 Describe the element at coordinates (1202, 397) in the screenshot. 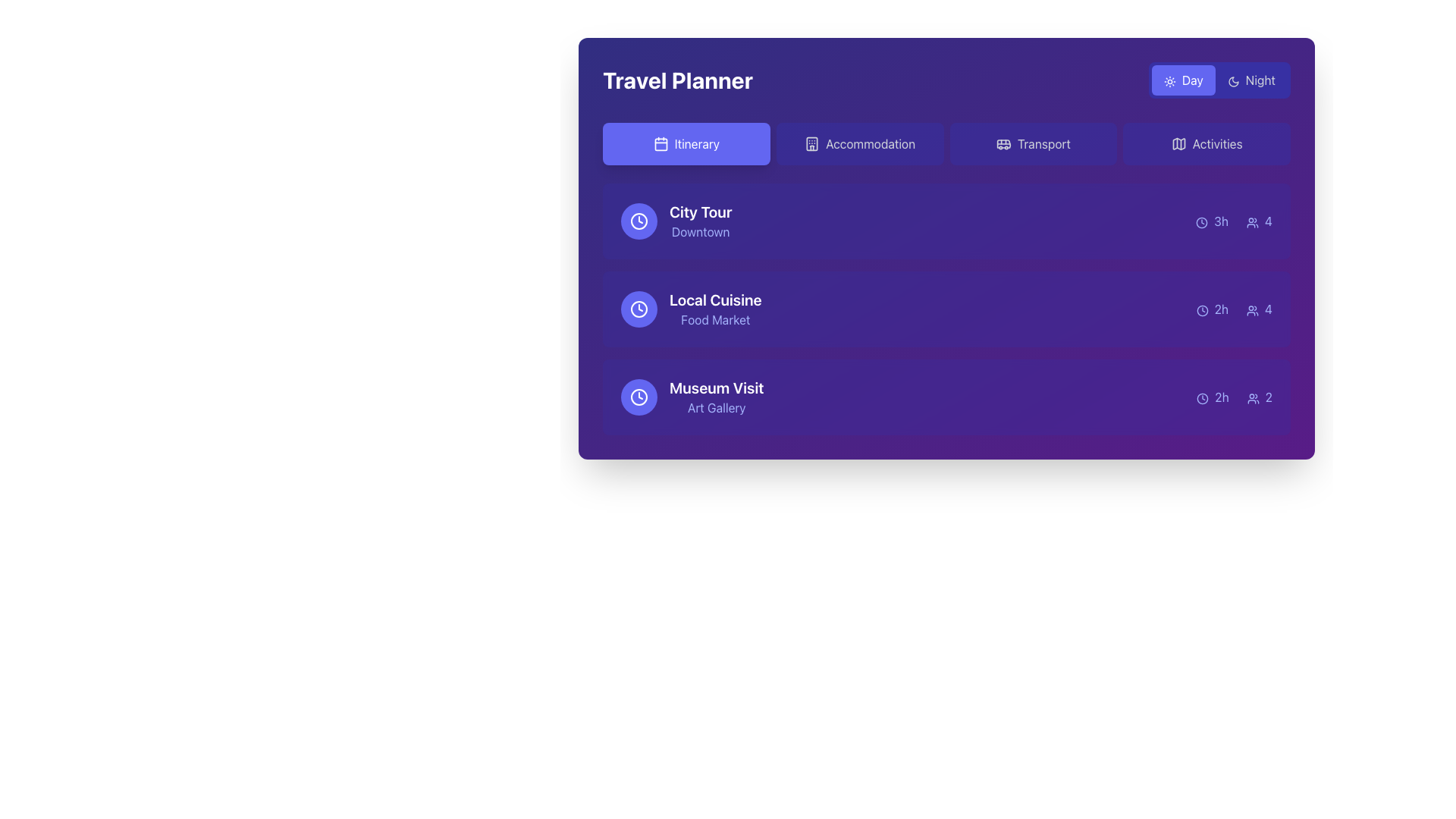

I see `the Graphical SVG Element that symbolizes time-related information located in the bottom right corner of the 'Museum Visit' section in the 'Travel Planner' interface` at that location.